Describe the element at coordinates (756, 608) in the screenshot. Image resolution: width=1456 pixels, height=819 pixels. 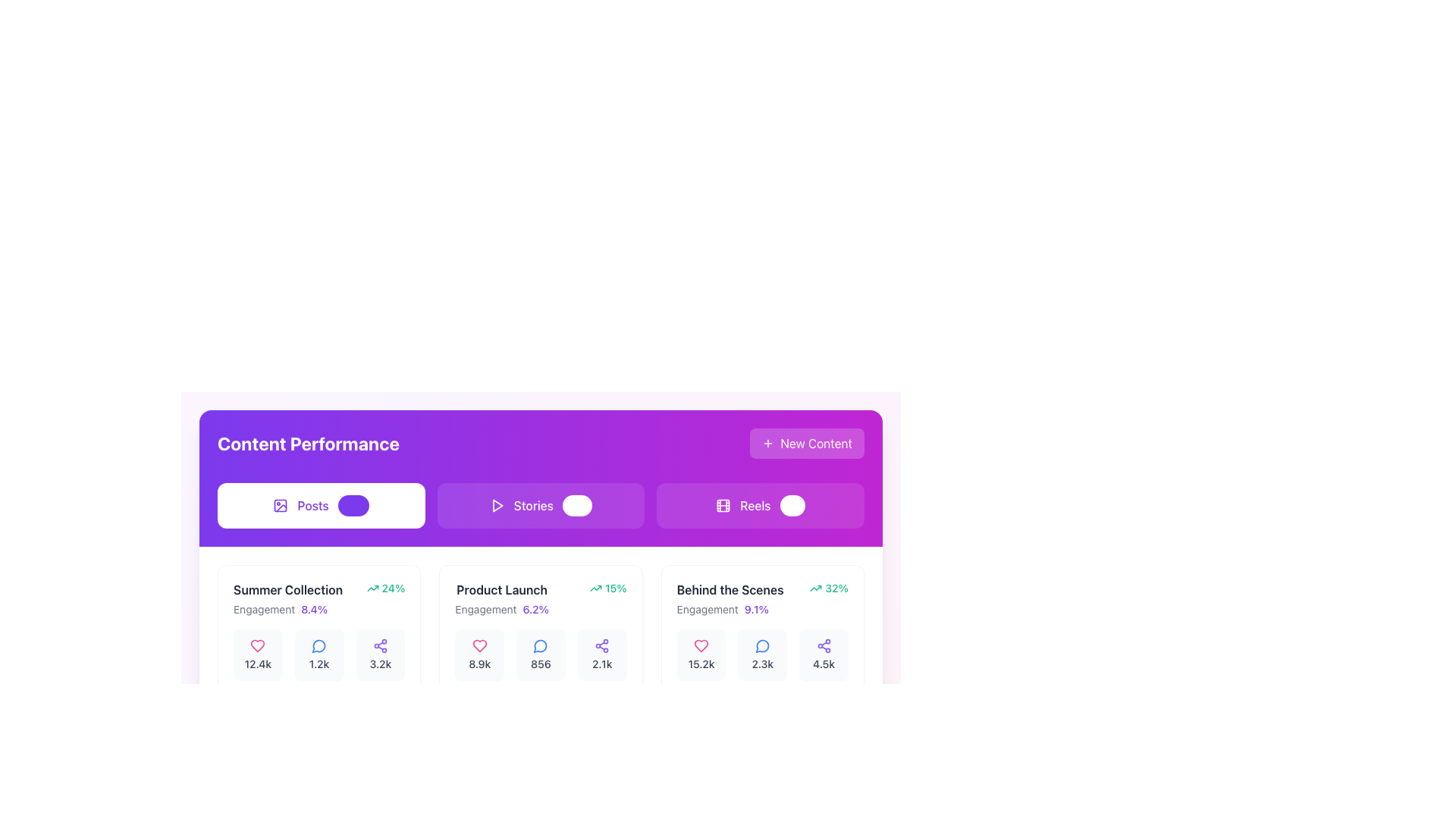
I see `the violet-colored text '9.1%' located to the right of the word 'Engagement' within the second card below the purple header bar labeled 'Content Performance'` at that location.